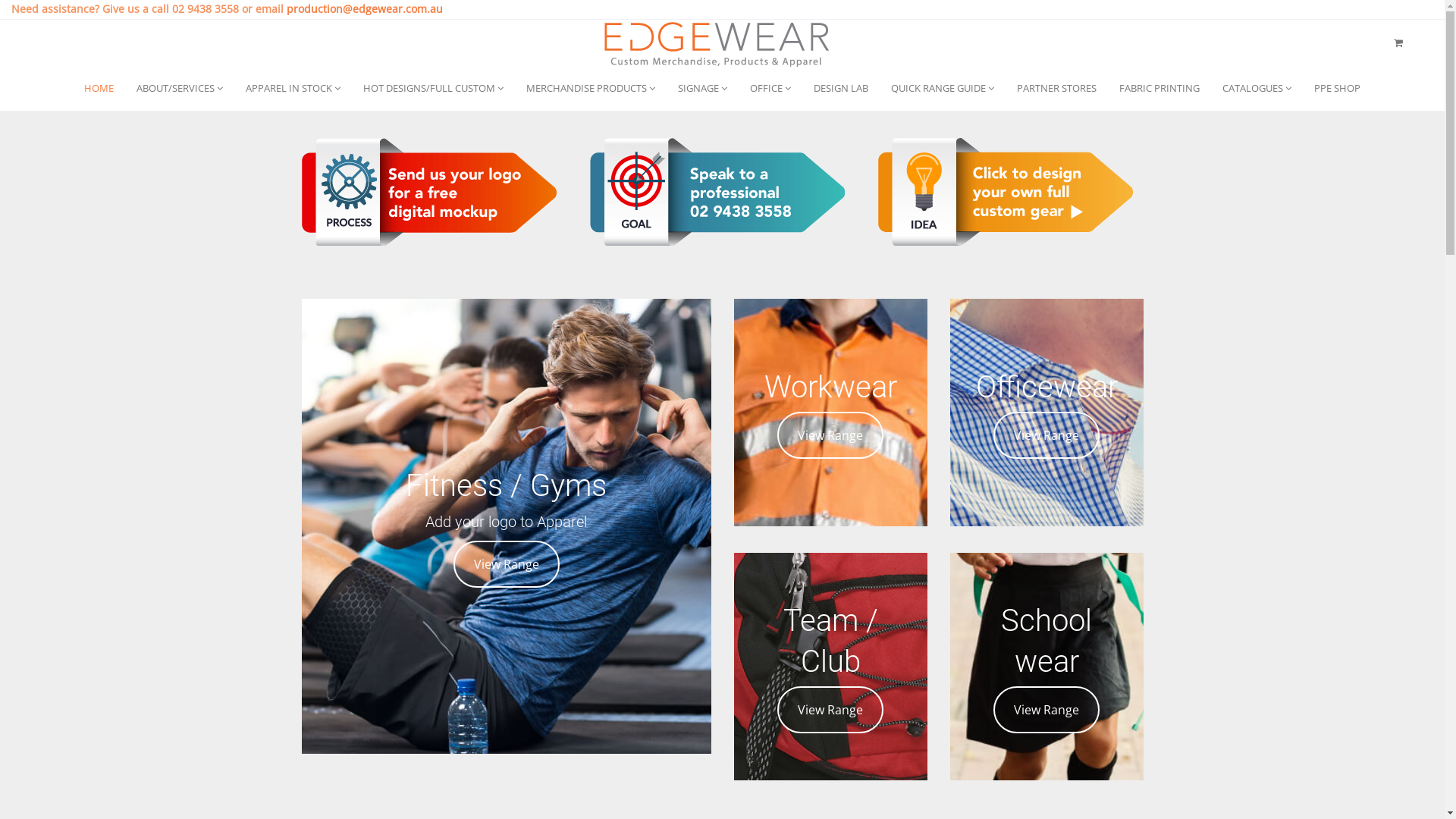 The height and width of the screenshot is (819, 1456). I want to click on 'PARTNER STORES', so click(1056, 87).